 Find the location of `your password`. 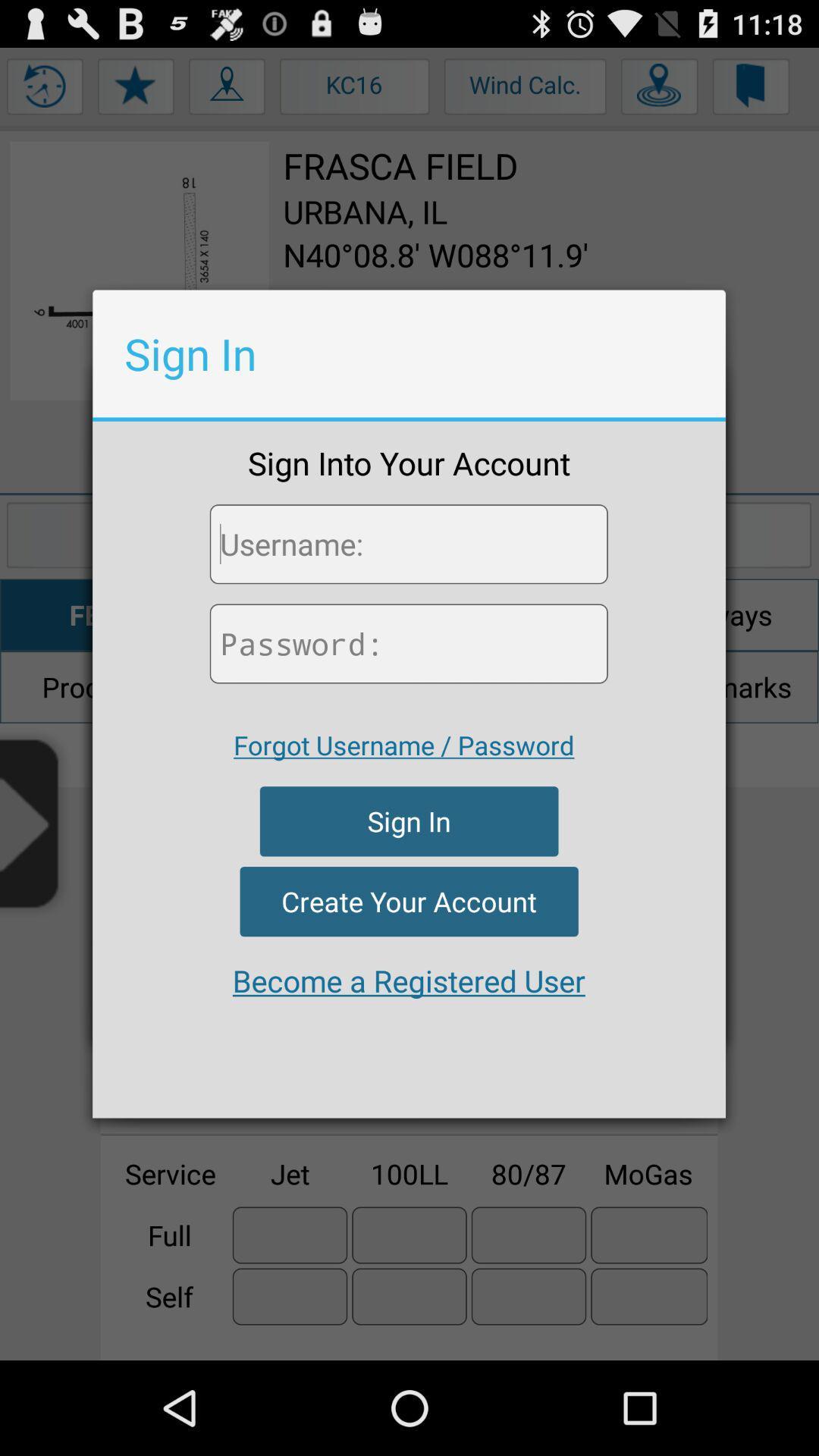

your password is located at coordinates (408, 644).